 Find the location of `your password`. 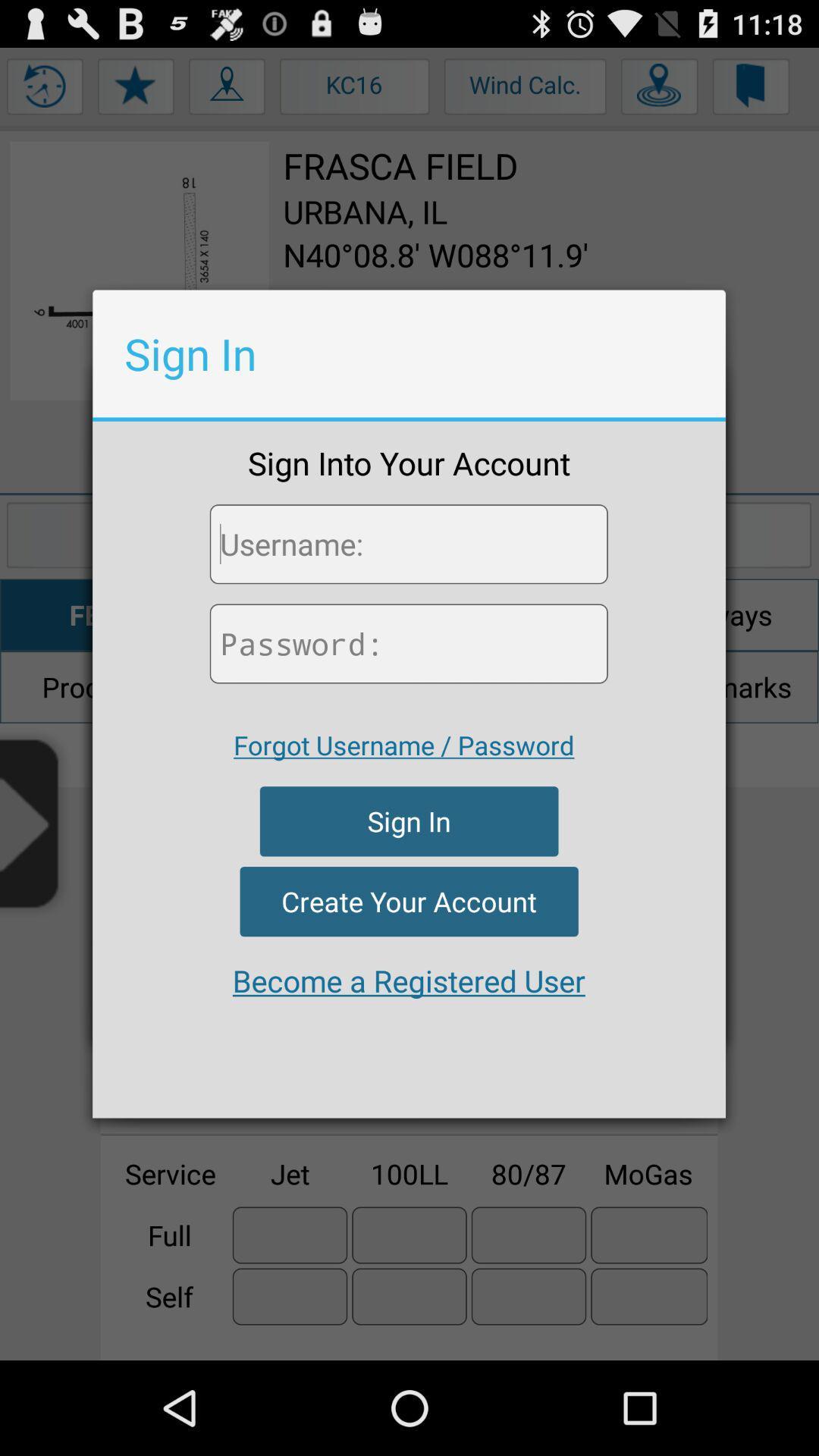

your password is located at coordinates (408, 644).